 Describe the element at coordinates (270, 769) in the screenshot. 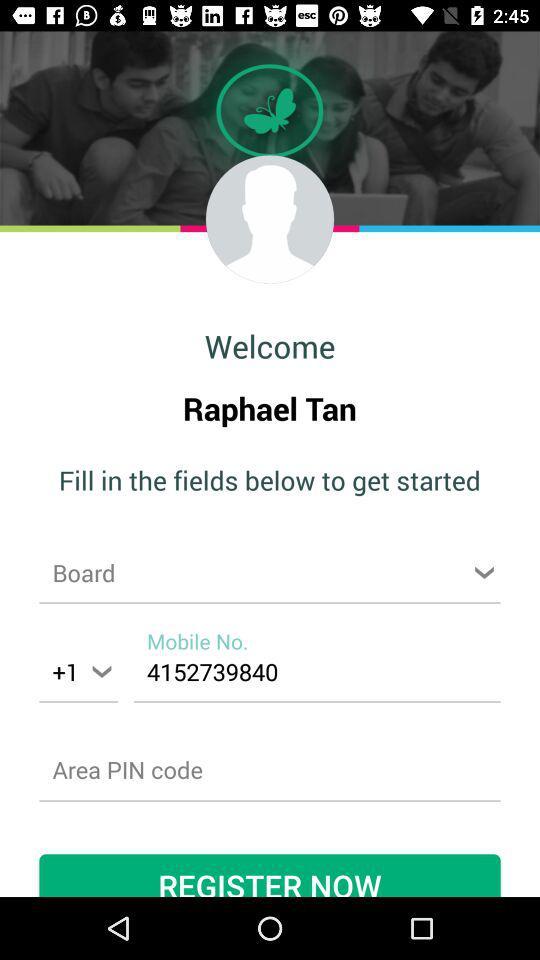

I see `button page` at that location.